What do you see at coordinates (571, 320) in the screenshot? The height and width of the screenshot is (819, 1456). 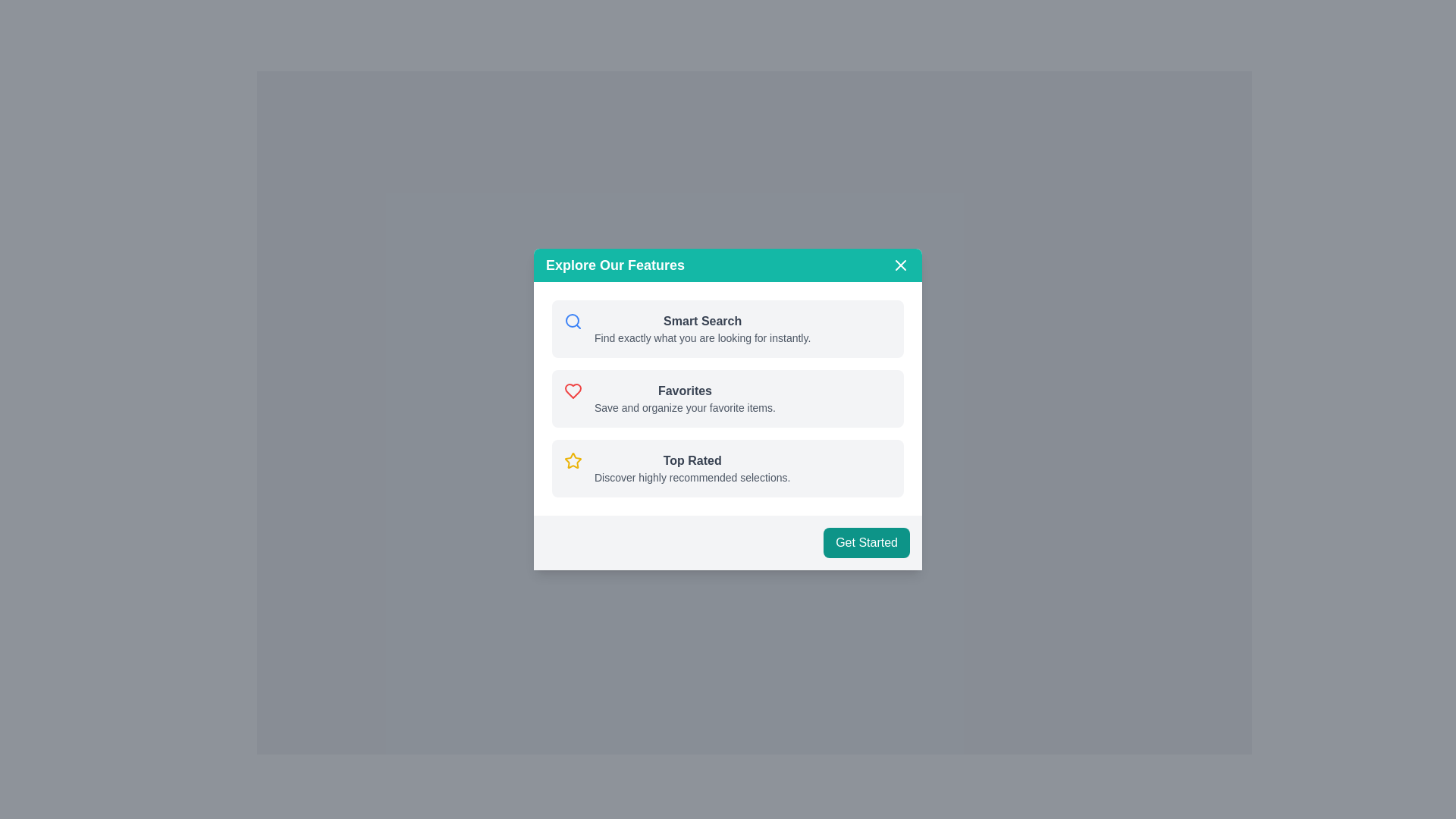 I see `the blue-bordered circular shape icon representing part of the magnifying glass, located to the left of the 'Smart Search' text in the 'Explore Our Features' modal pop-up` at bounding box center [571, 320].